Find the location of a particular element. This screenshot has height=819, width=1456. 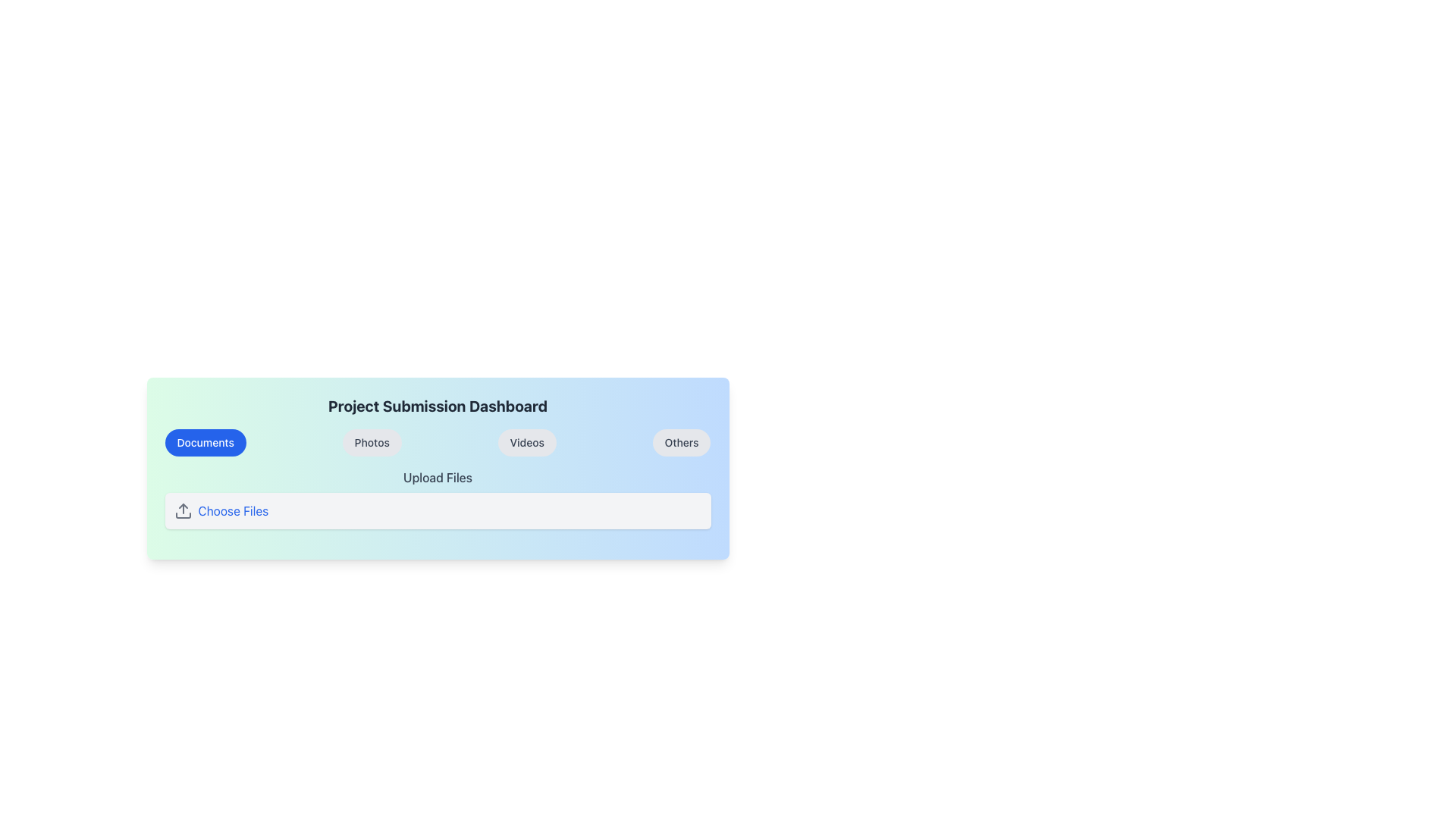

the 'Others' button in the navigation bar, which has a light gray background and medium gray text is located at coordinates (680, 442).